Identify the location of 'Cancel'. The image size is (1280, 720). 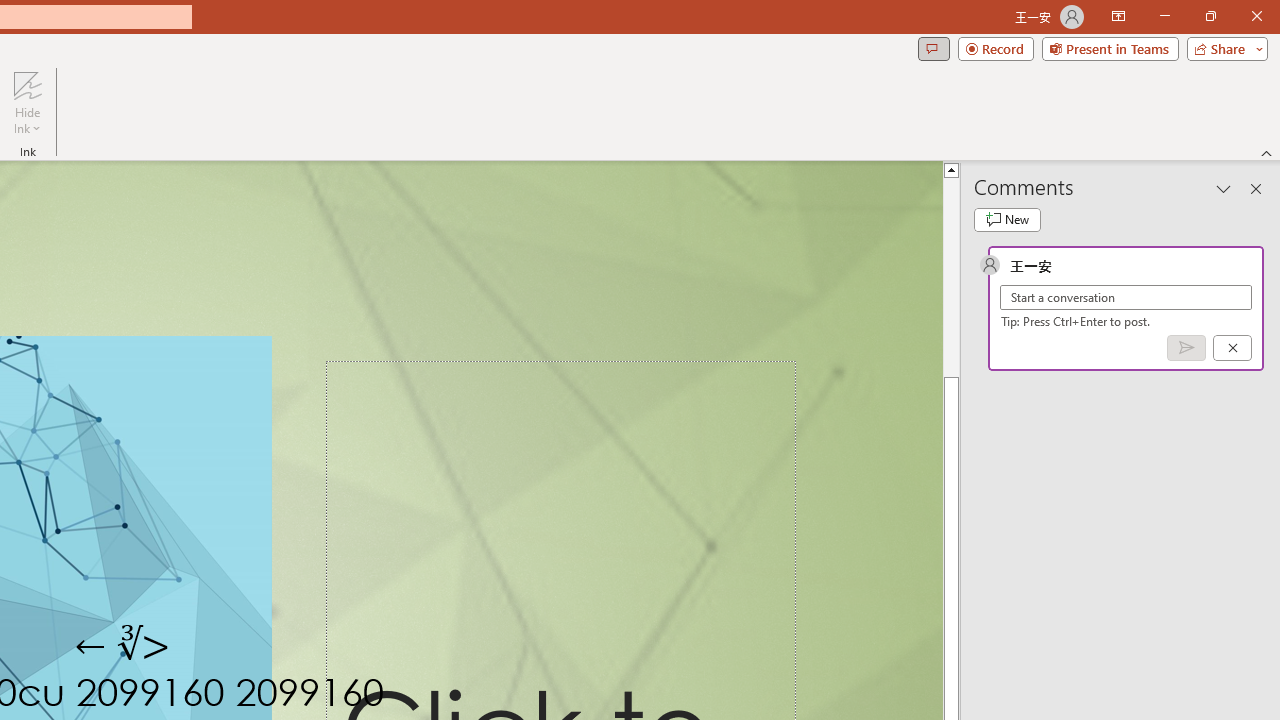
(1231, 346).